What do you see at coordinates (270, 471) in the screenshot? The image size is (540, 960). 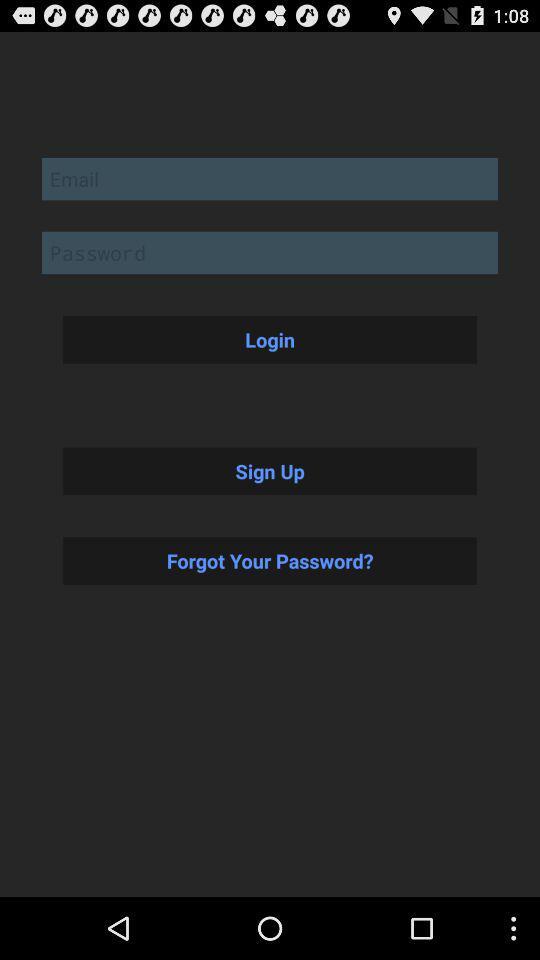 I see `item above forgot your password? button` at bounding box center [270, 471].